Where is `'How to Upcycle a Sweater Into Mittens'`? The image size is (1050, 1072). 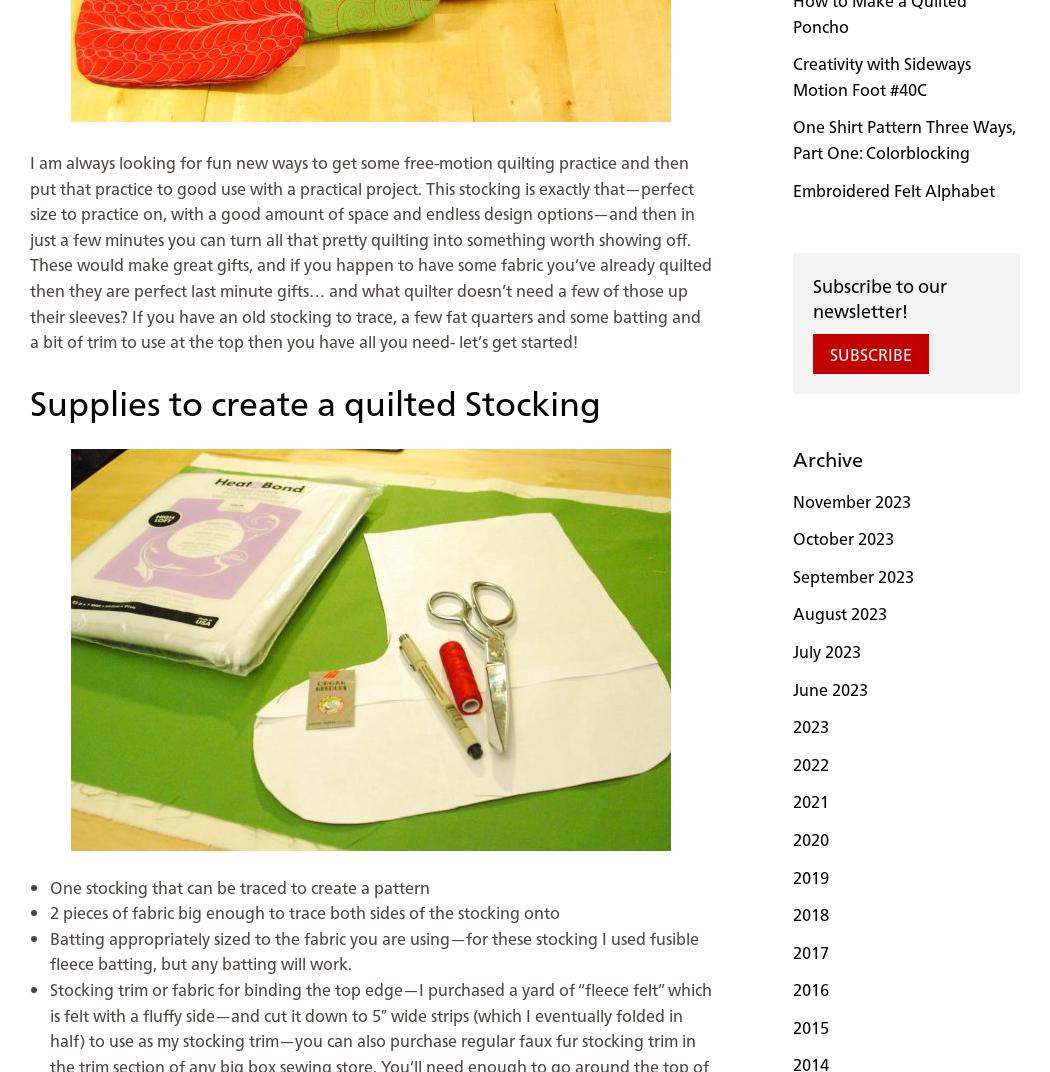
'How to Upcycle a Sweater Into Mittens' is located at coordinates (125, 866).